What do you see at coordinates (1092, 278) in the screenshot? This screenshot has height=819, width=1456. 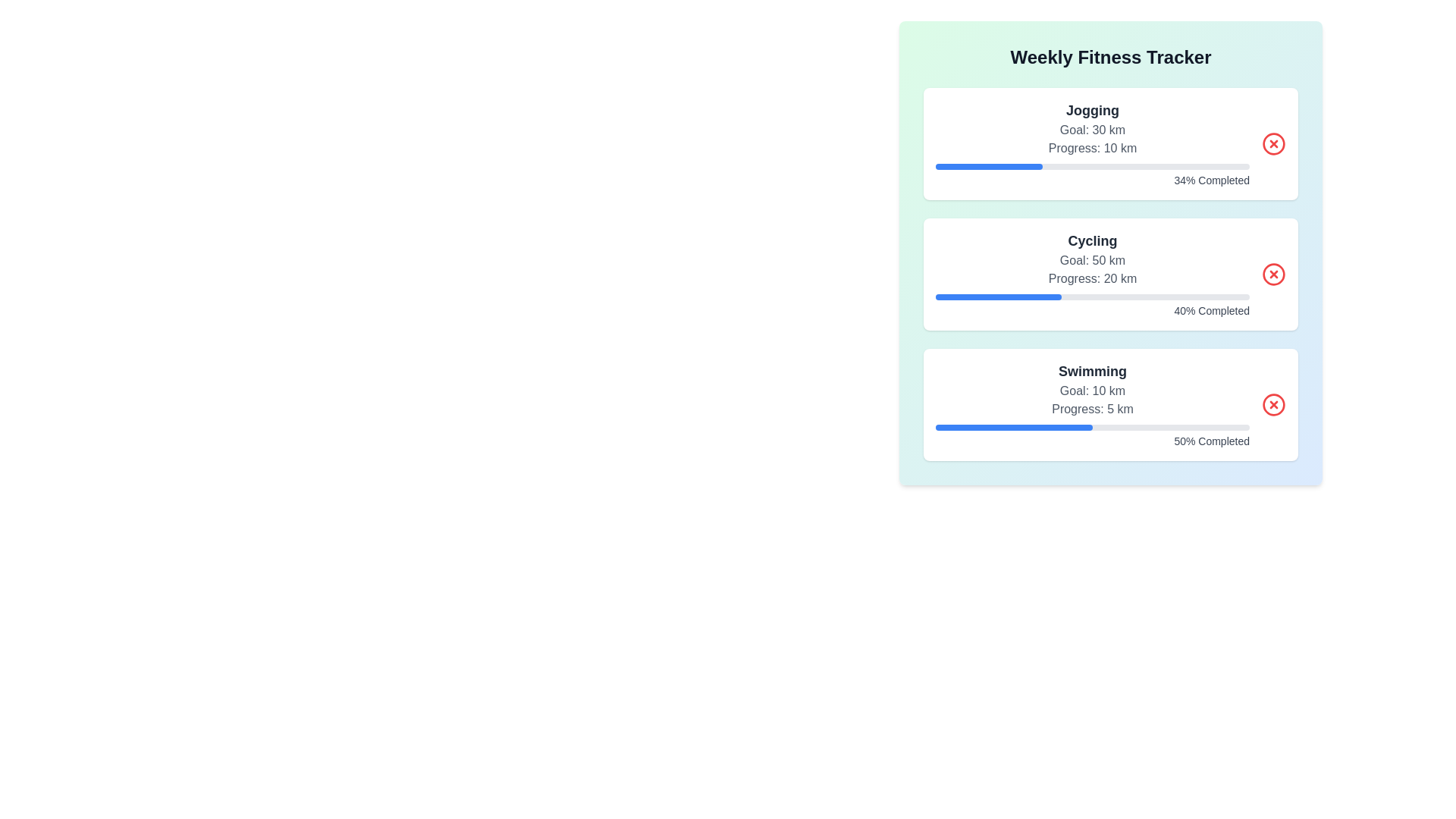 I see `the text label displaying 'Progress: 20 km', which is part of the cycling goals section, located below the title 'Cycling' and above the progress bar` at bounding box center [1092, 278].